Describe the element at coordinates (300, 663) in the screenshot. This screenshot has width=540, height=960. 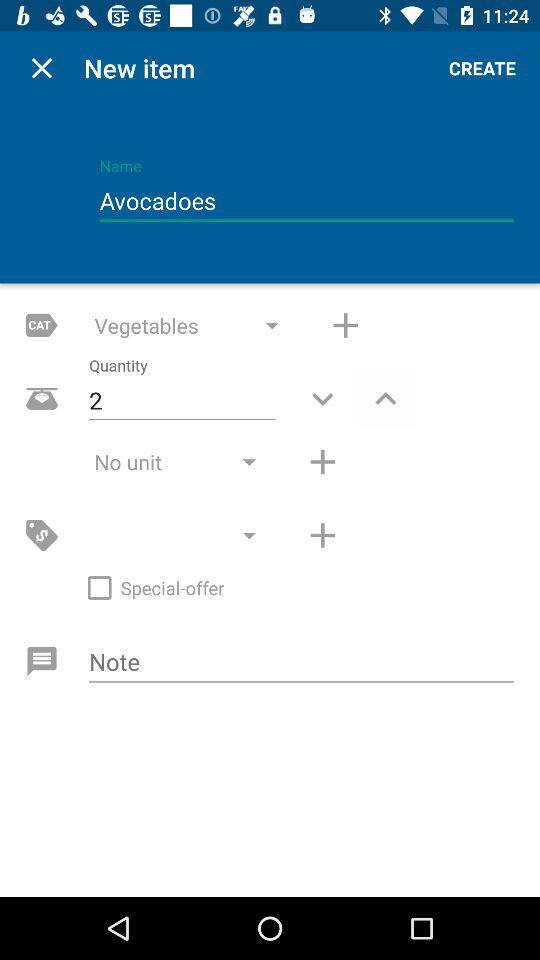
I see `note option` at that location.